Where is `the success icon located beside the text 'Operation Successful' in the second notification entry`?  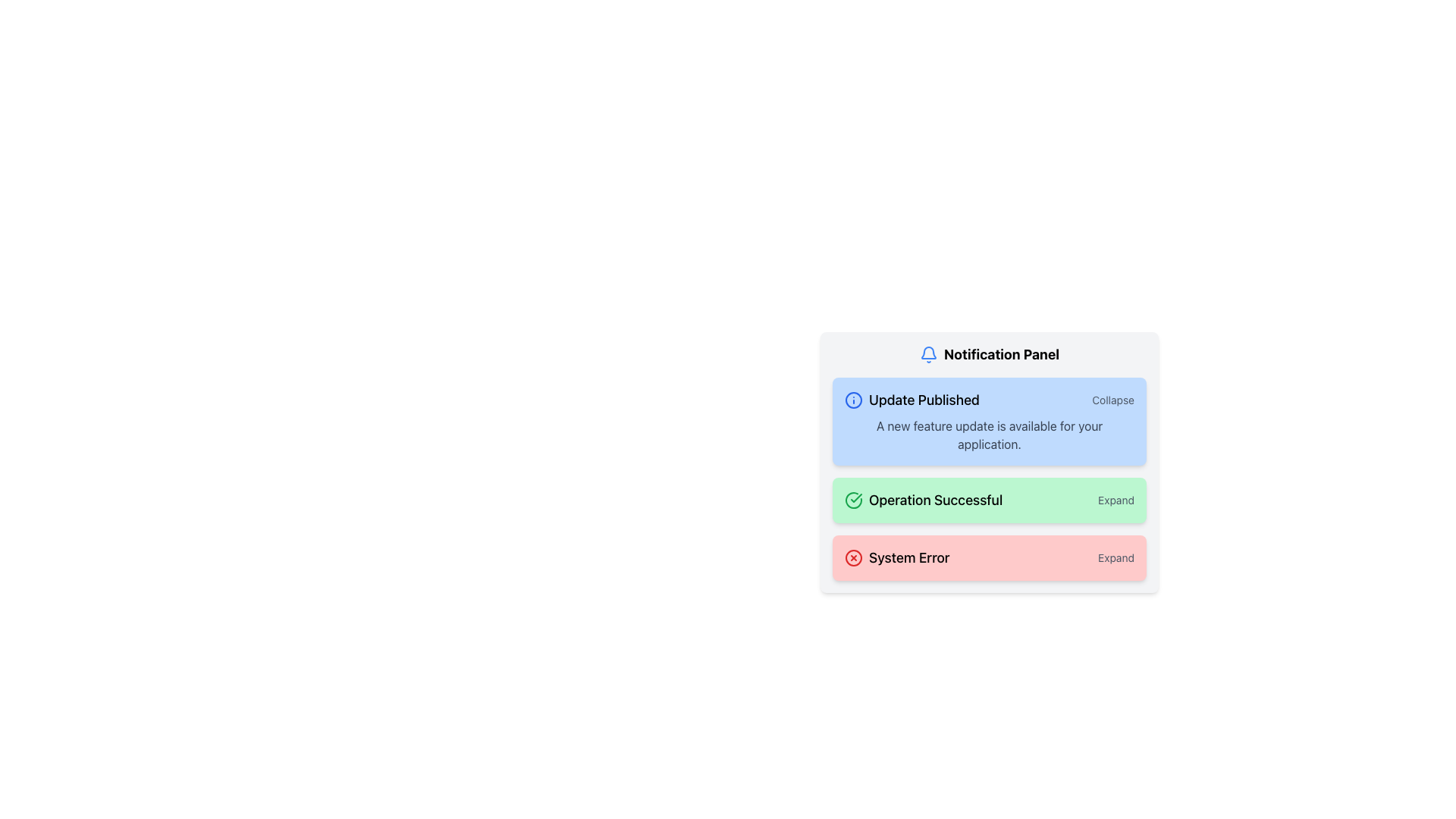
the success icon located beside the text 'Operation Successful' in the second notification entry is located at coordinates (854, 500).